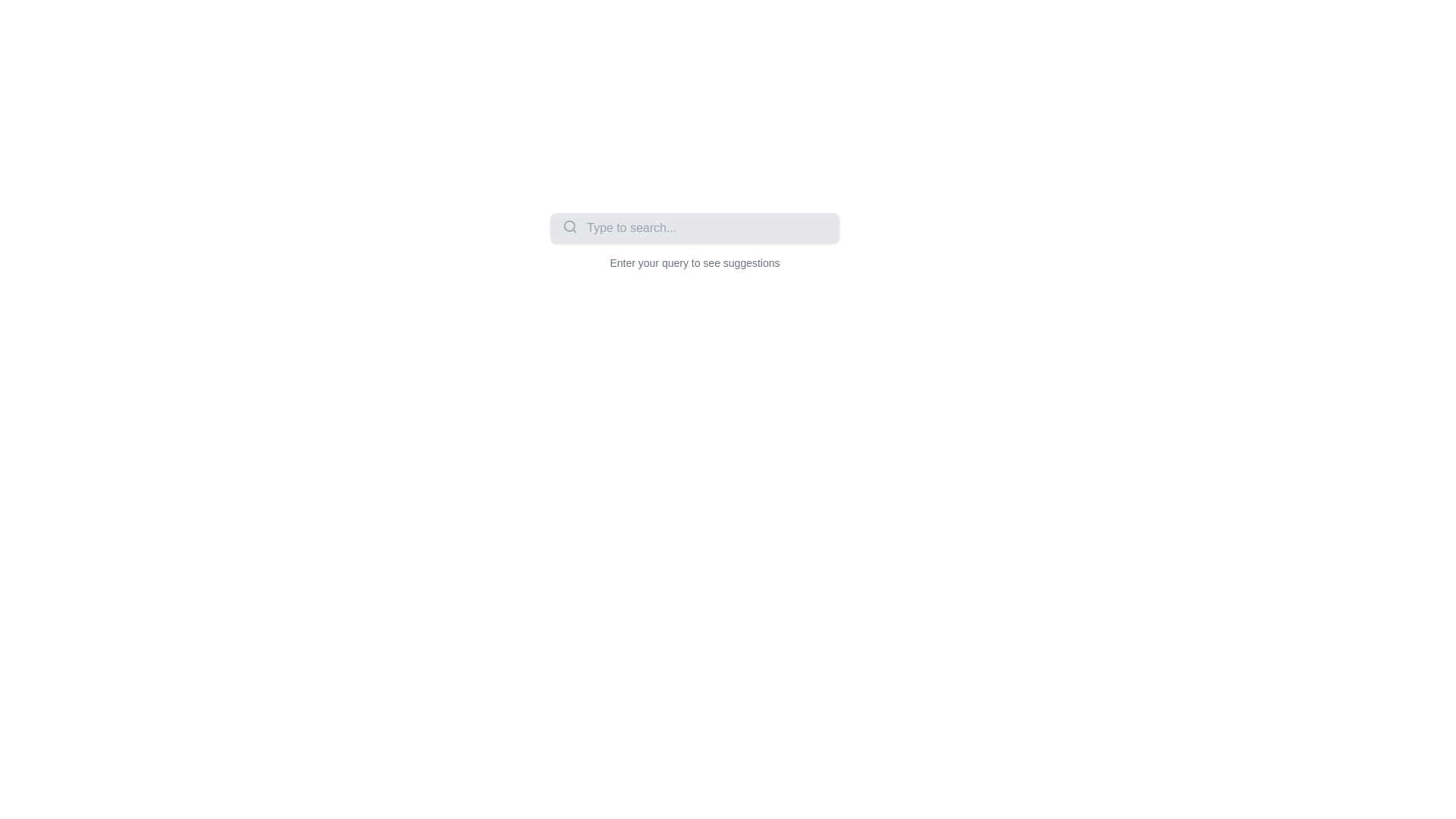 The image size is (1456, 819). I want to click on the search icon located in the central search bar, which allows users to enter text queries for searches, so click(694, 241).